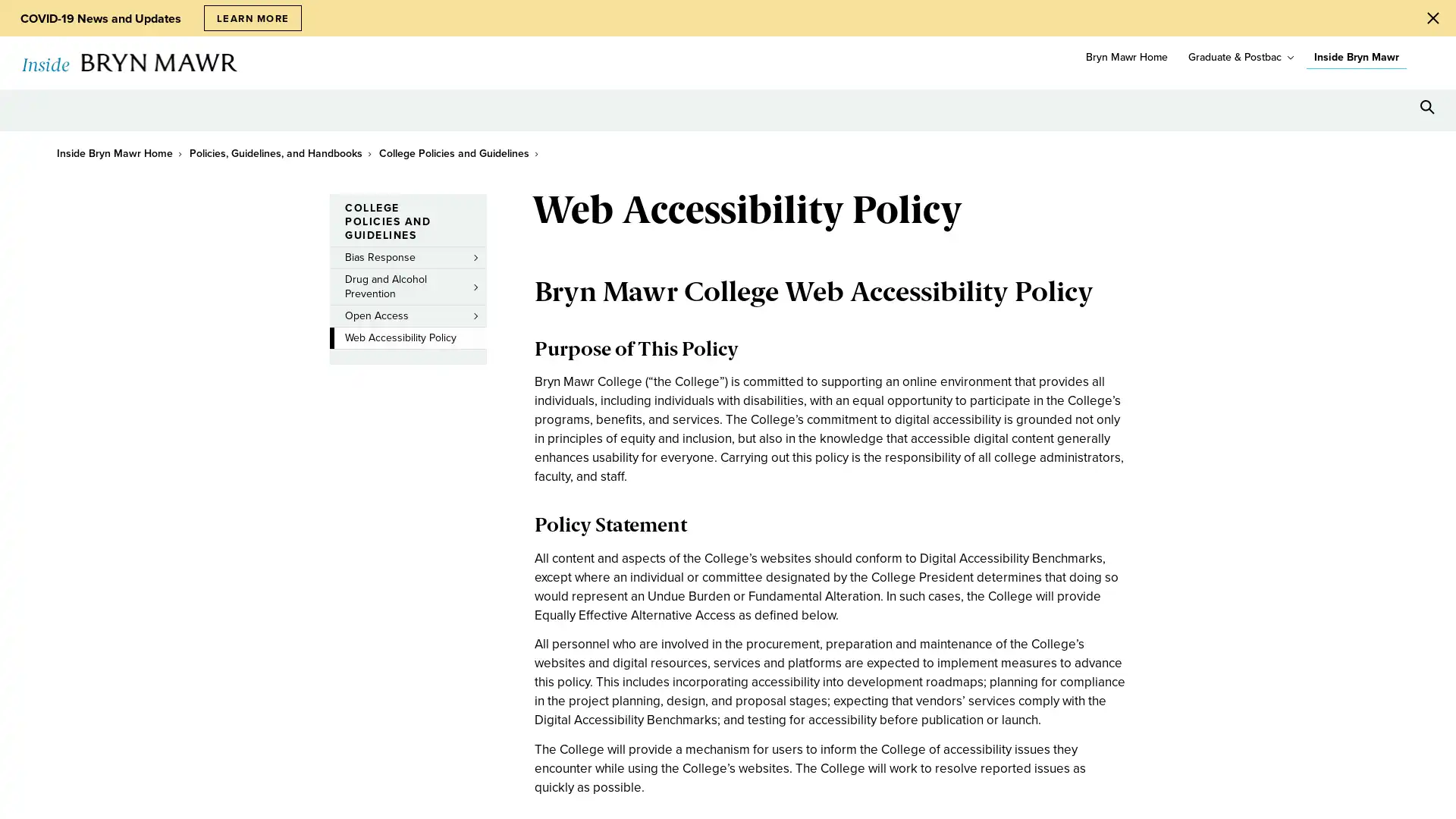 The width and height of the screenshot is (1456, 819). I want to click on Close Alert, so click(1432, 17).